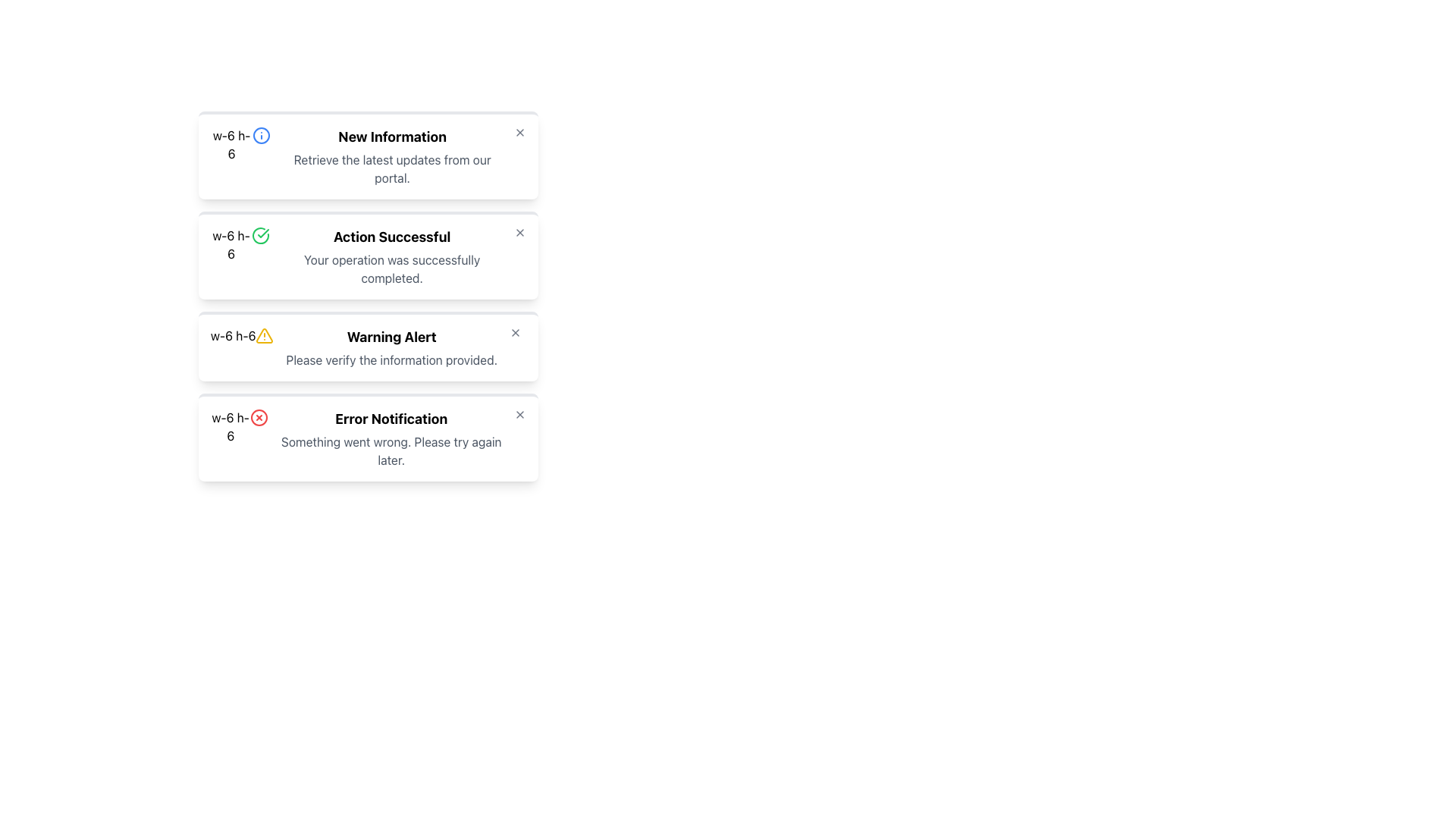 This screenshot has height=819, width=1456. What do you see at coordinates (516, 332) in the screenshot?
I see `the dismiss button located at the top-right end of the 'Warning Alert' notification card` at bounding box center [516, 332].